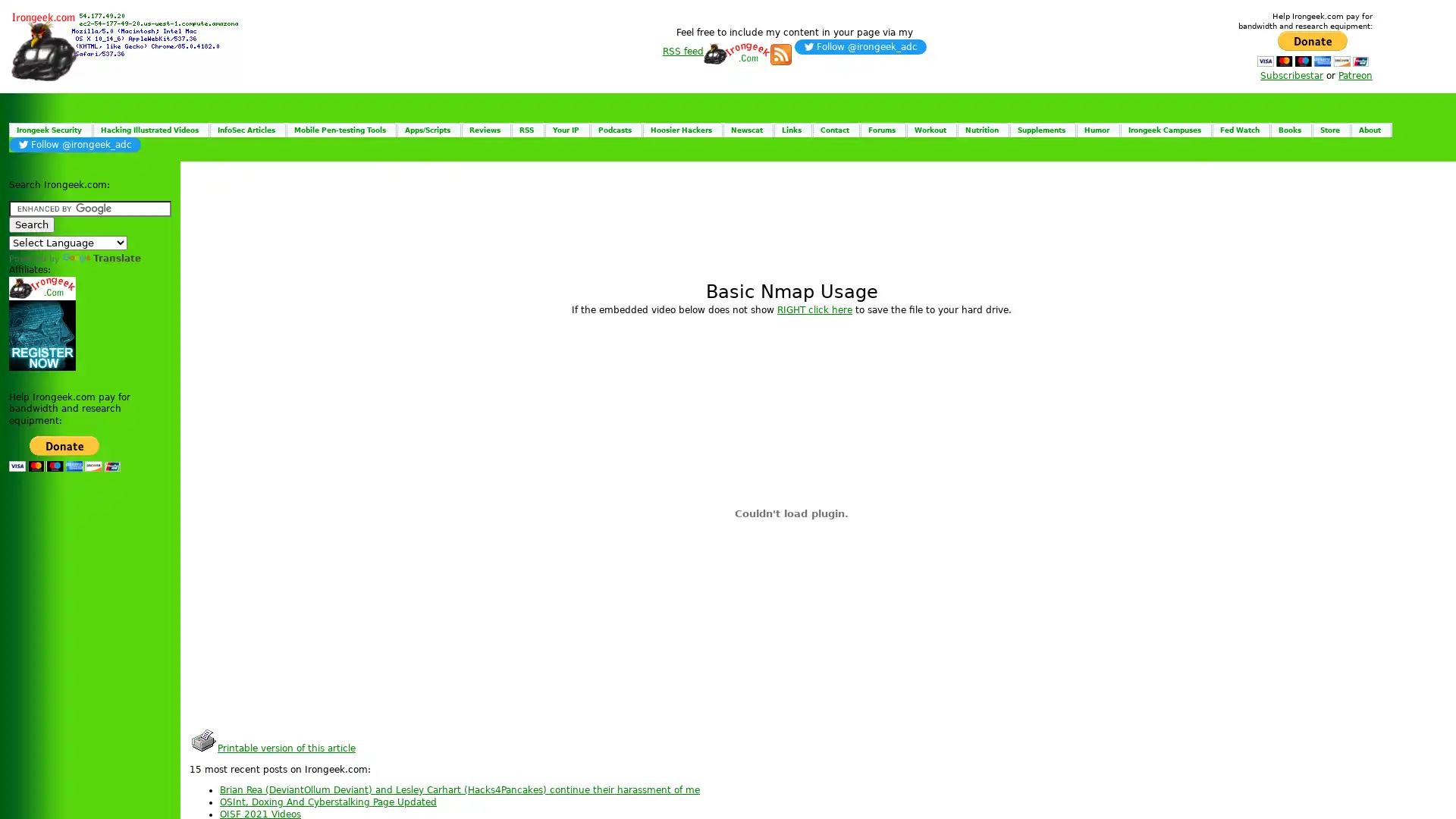 This screenshot has height=819, width=1456. Describe the element at coordinates (64, 453) in the screenshot. I see `Make payments with PayPal - it's fast, free and secure!` at that location.